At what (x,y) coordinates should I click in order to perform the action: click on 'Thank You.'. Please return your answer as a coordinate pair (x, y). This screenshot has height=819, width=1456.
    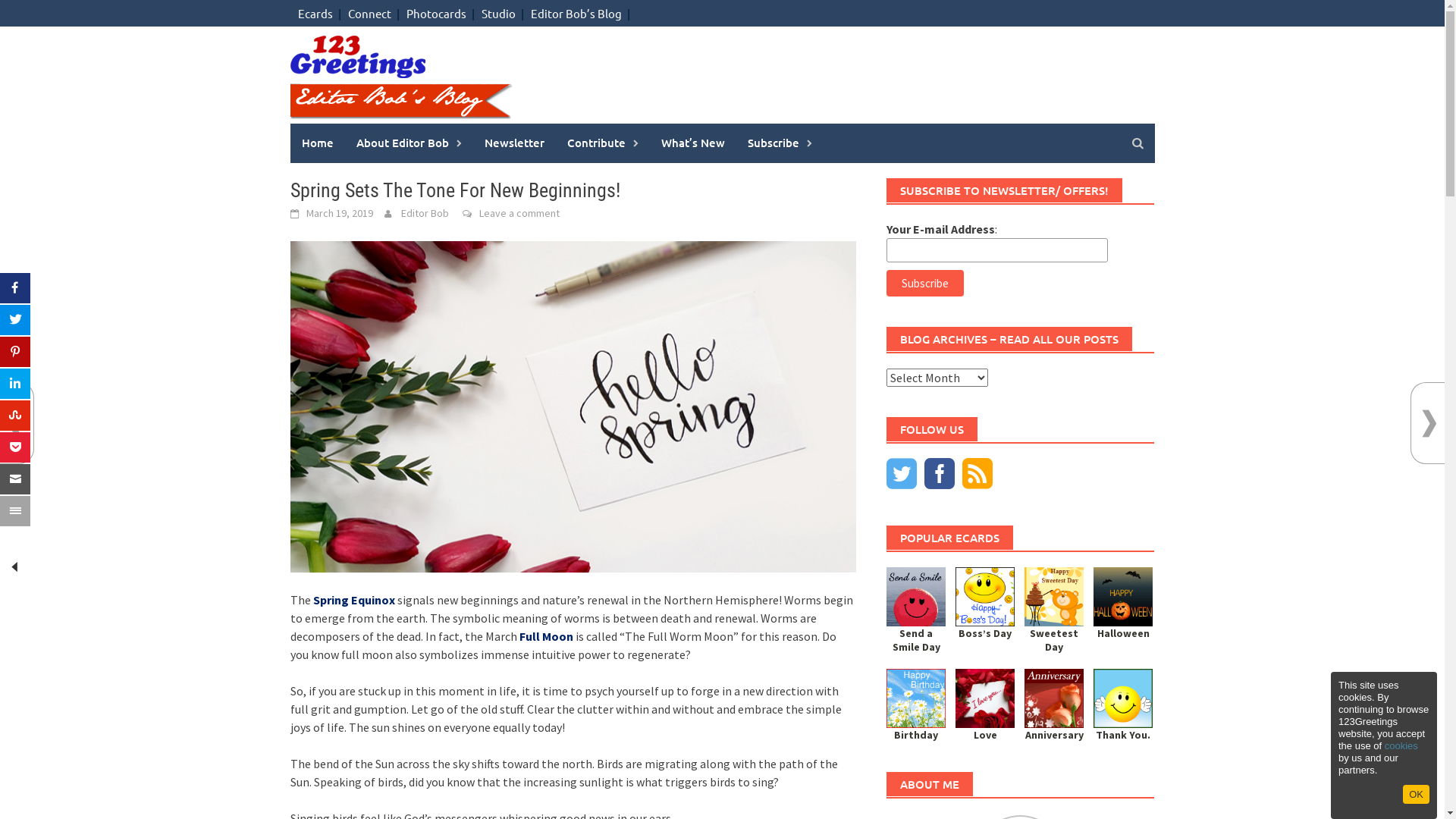
    Looking at the image, I should click on (1123, 733).